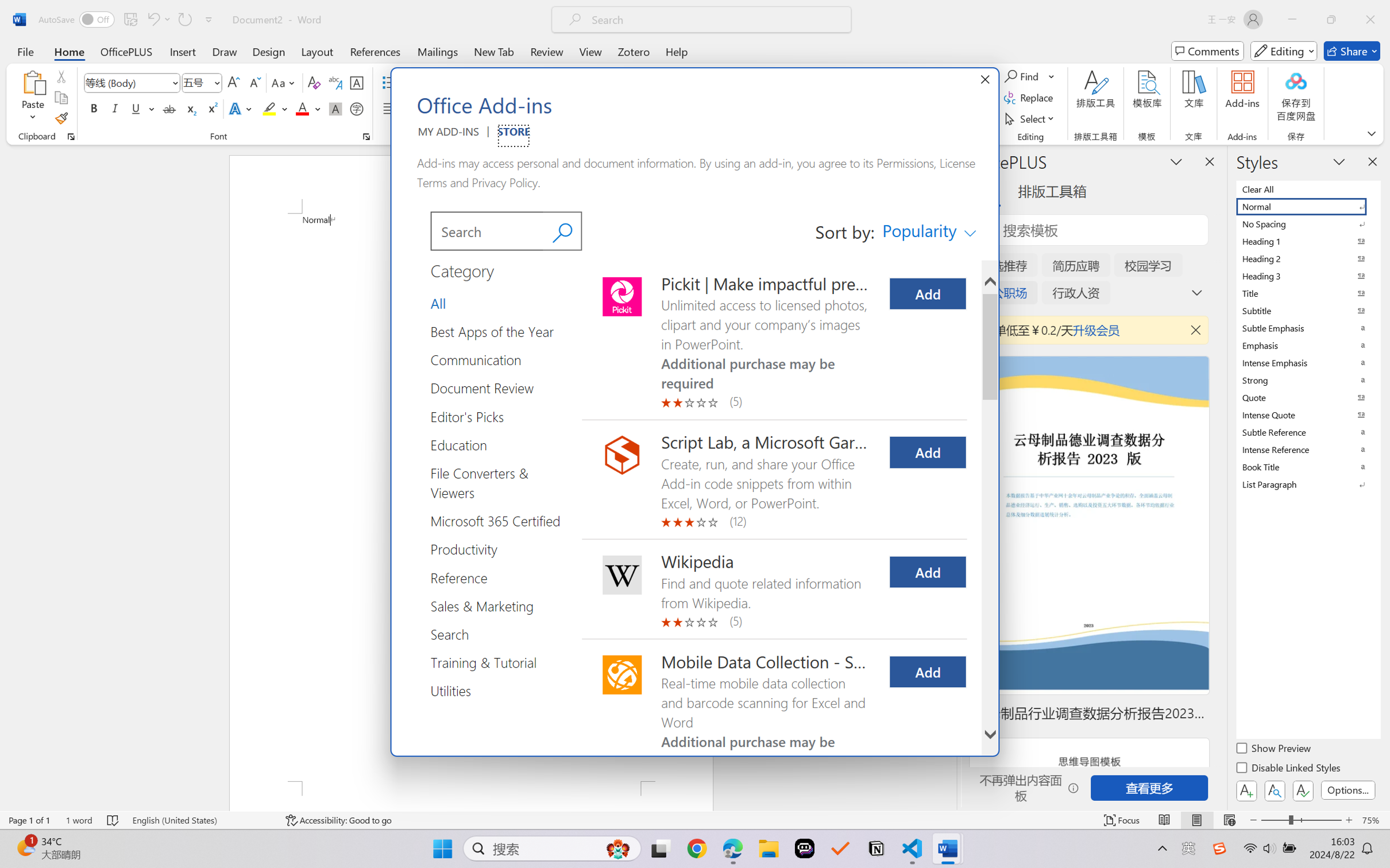  Describe the element at coordinates (493, 51) in the screenshot. I see `'New Tab'` at that location.